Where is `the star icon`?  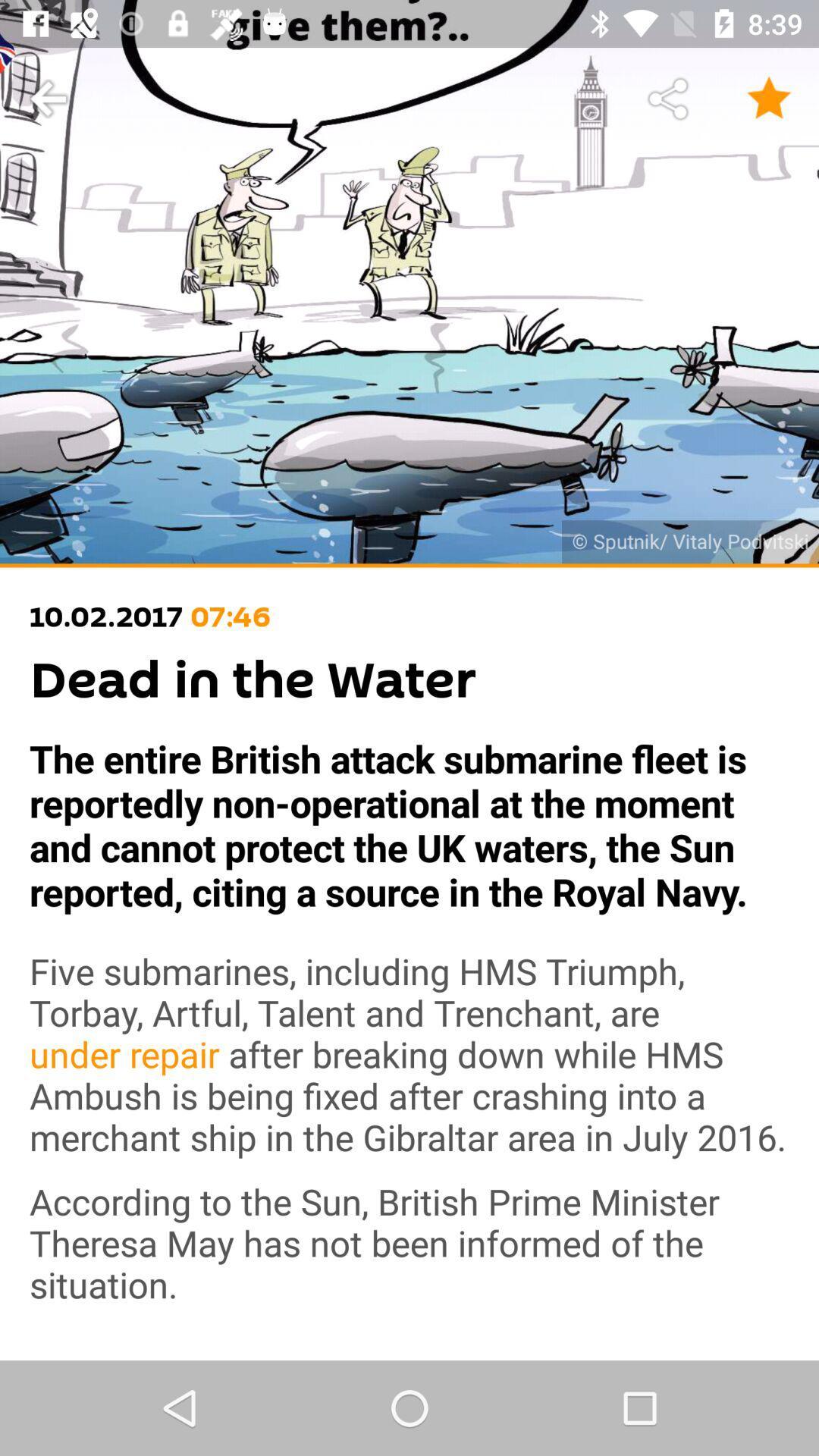
the star icon is located at coordinates (769, 99).